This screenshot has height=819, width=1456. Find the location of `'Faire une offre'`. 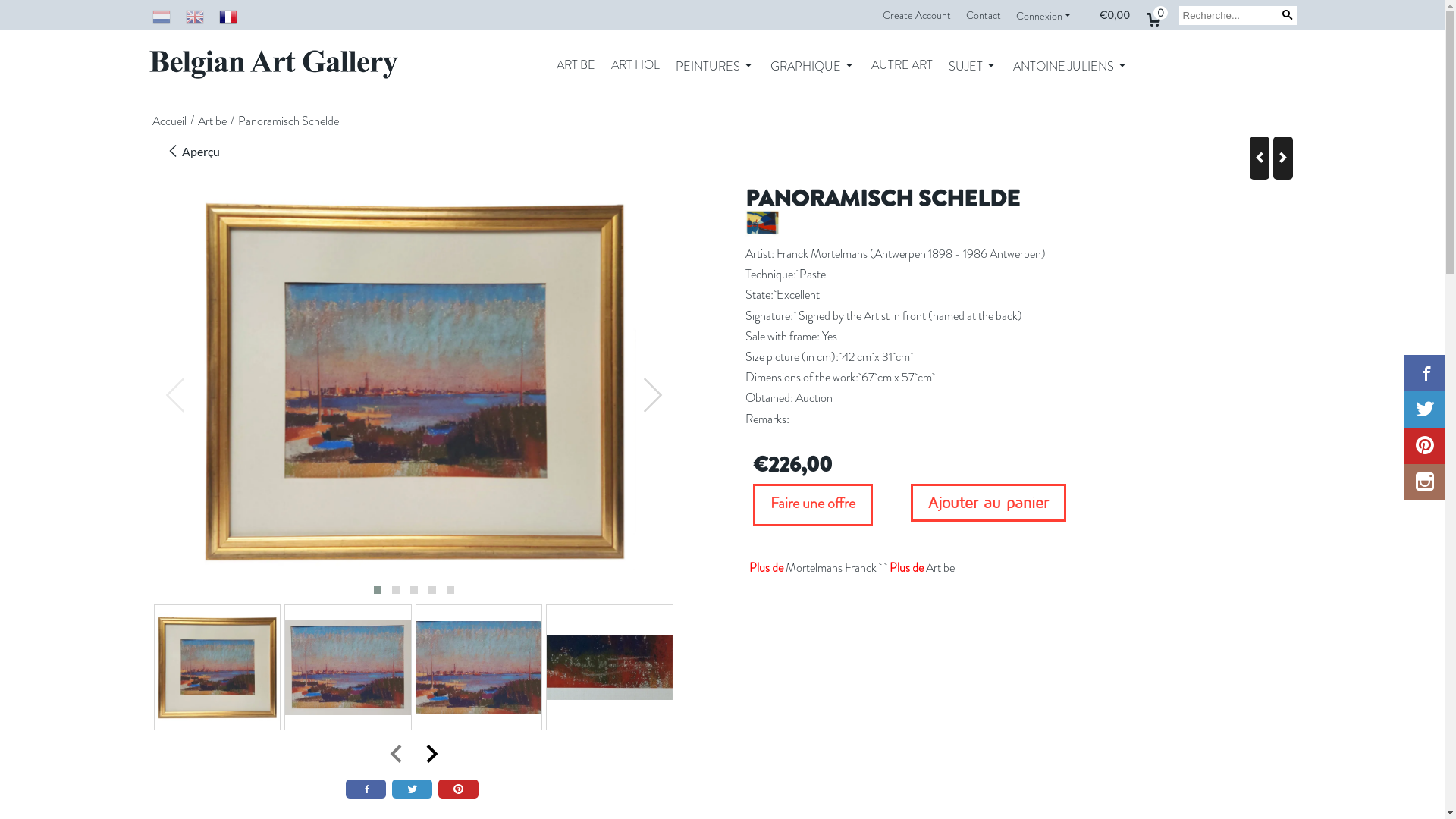

'Faire une offre' is located at coordinates (811, 505).